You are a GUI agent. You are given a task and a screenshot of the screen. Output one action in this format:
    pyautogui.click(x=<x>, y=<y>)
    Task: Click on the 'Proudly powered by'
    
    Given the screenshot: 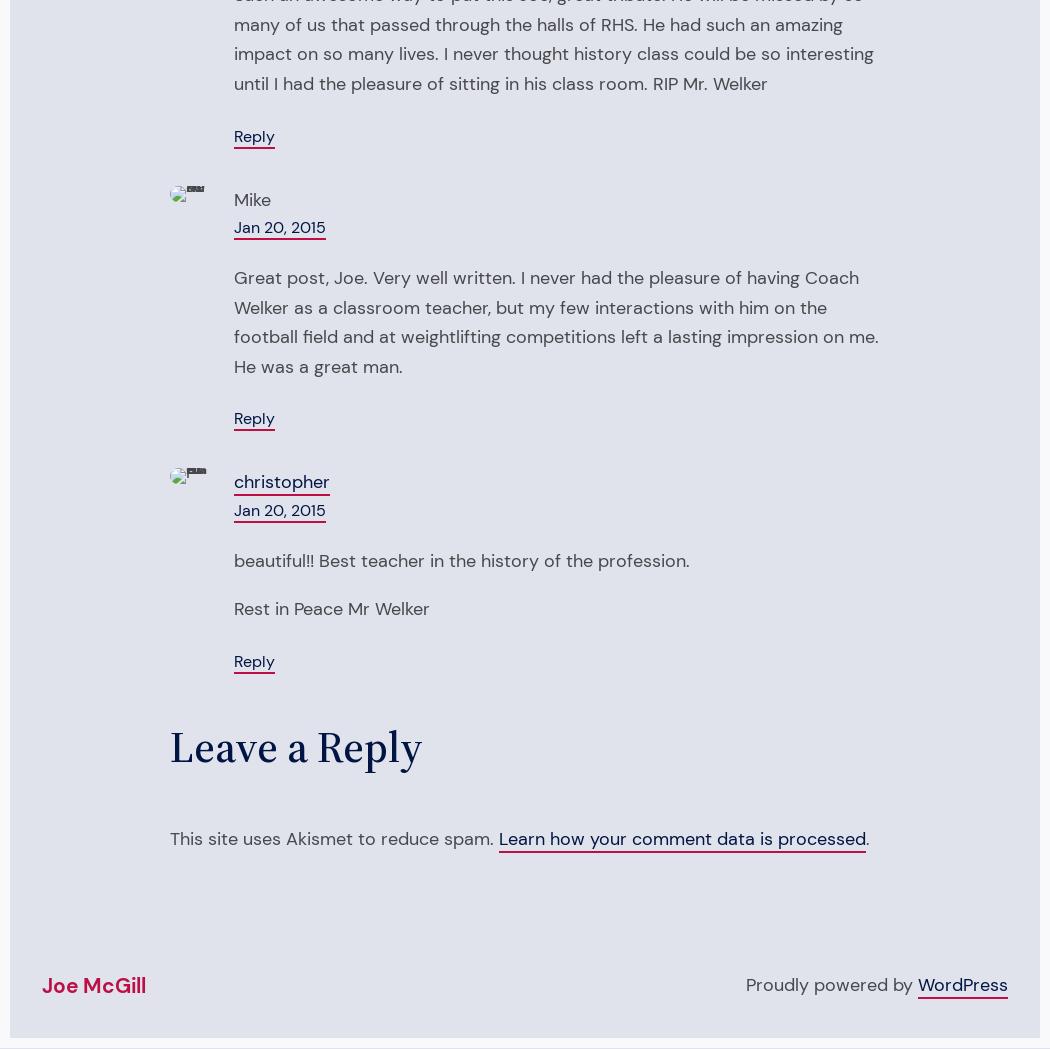 What is the action you would take?
    pyautogui.click(x=832, y=984)
    